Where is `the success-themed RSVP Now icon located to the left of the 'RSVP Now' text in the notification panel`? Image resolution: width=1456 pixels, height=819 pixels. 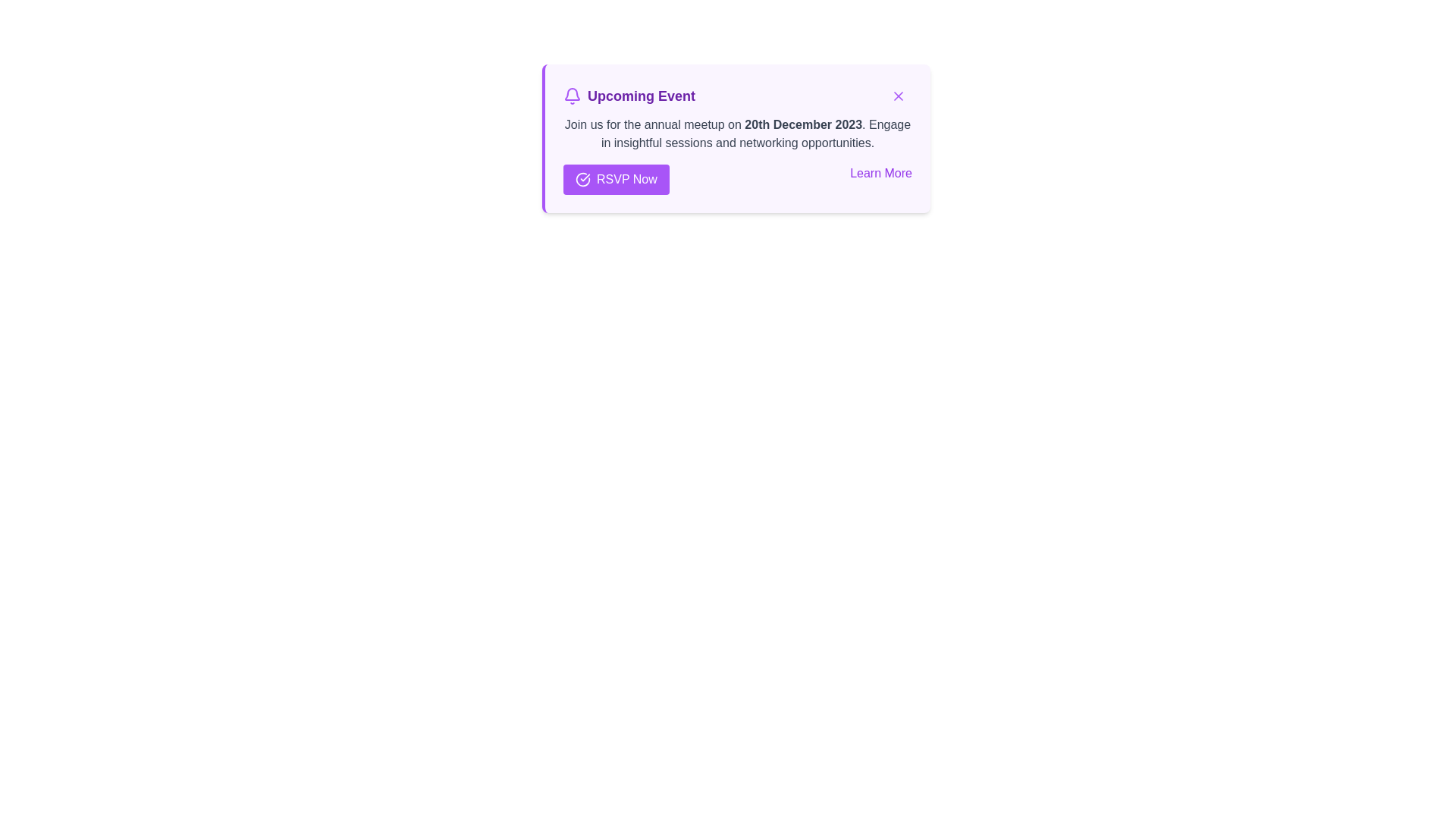 the success-themed RSVP Now icon located to the left of the 'RSVP Now' text in the notification panel is located at coordinates (582, 178).